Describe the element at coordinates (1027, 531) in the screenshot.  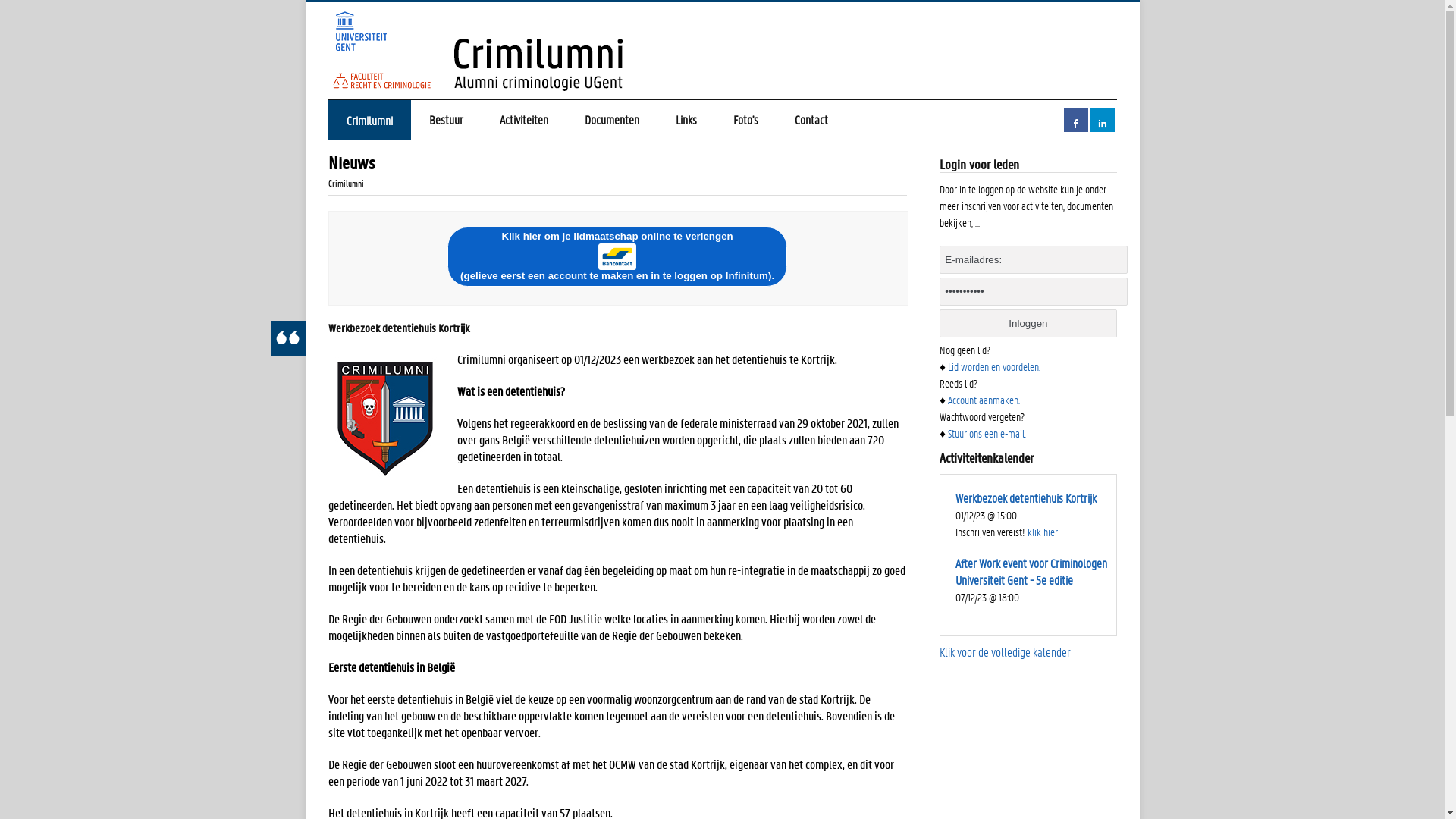
I see `'klik hier'` at that location.